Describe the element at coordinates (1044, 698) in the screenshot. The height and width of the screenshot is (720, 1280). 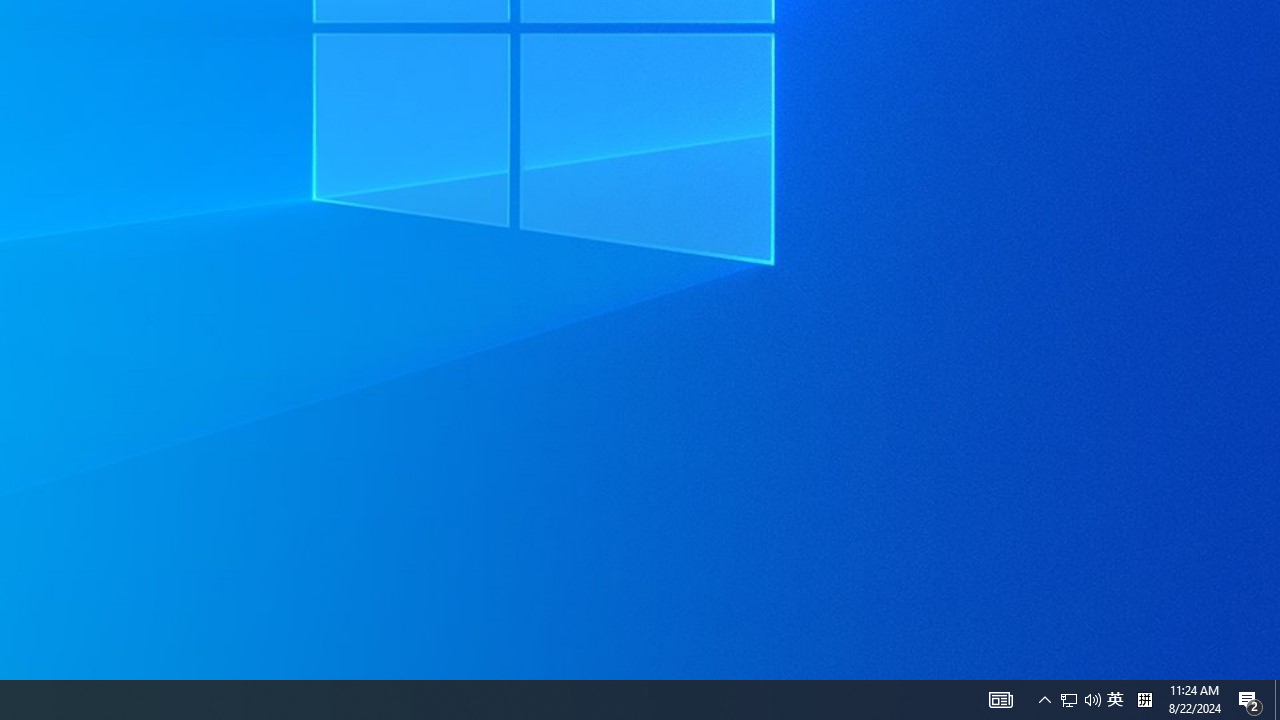
I see `'Notification Chevron'` at that location.